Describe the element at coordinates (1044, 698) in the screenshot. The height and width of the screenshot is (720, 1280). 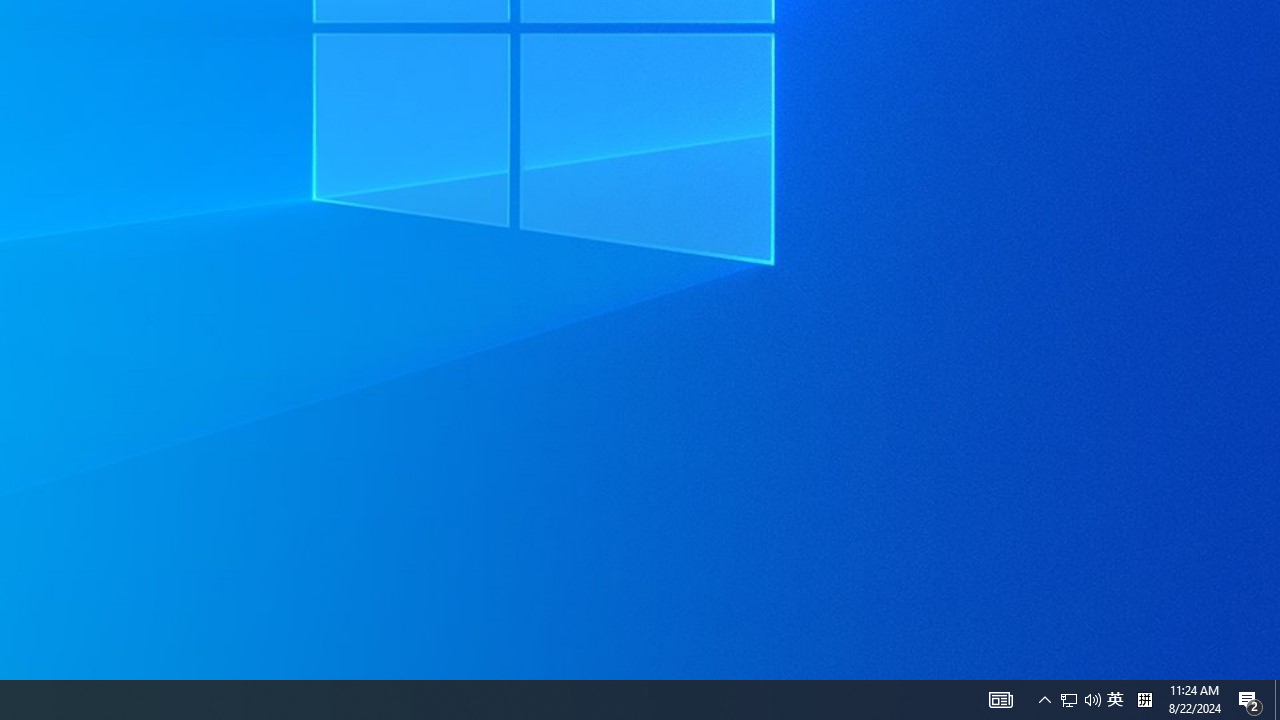
I see `'Notification Chevron'` at that location.